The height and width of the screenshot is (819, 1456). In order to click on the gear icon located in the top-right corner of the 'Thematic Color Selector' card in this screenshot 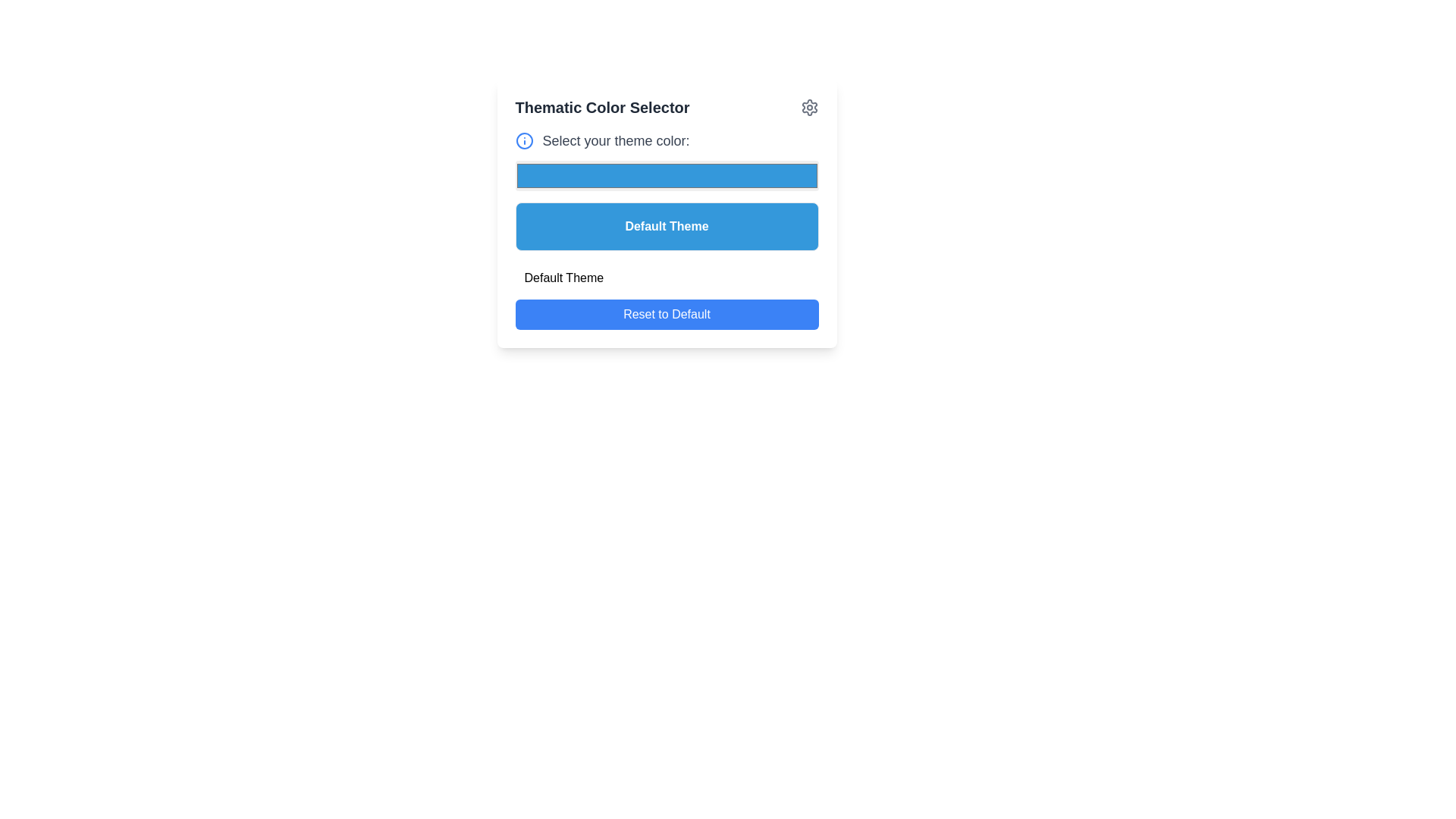, I will do `click(808, 107)`.